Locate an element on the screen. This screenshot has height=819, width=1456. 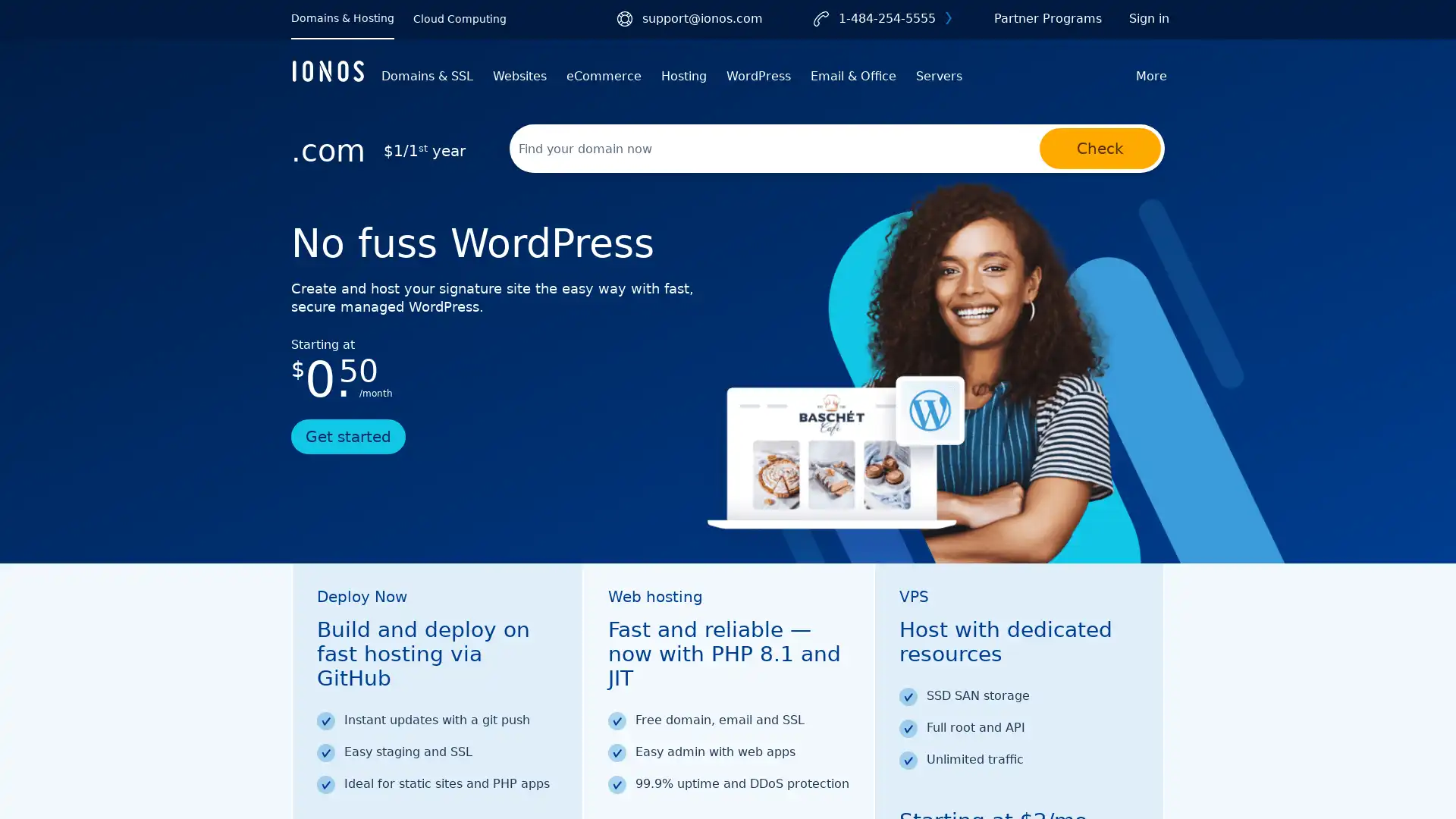
Servers is located at coordinates (917, 76).